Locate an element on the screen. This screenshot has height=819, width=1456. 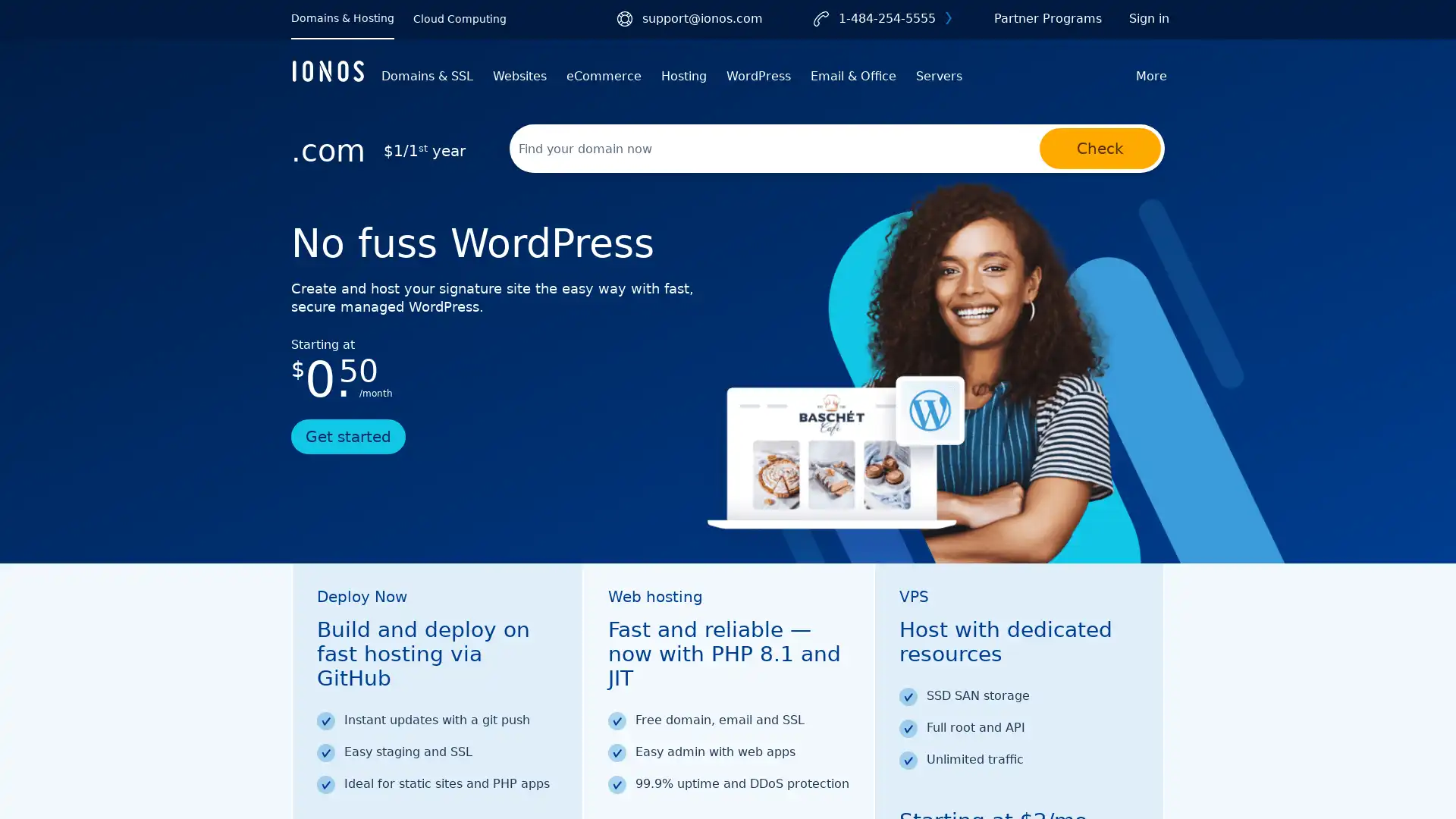
Servers is located at coordinates (917, 76).